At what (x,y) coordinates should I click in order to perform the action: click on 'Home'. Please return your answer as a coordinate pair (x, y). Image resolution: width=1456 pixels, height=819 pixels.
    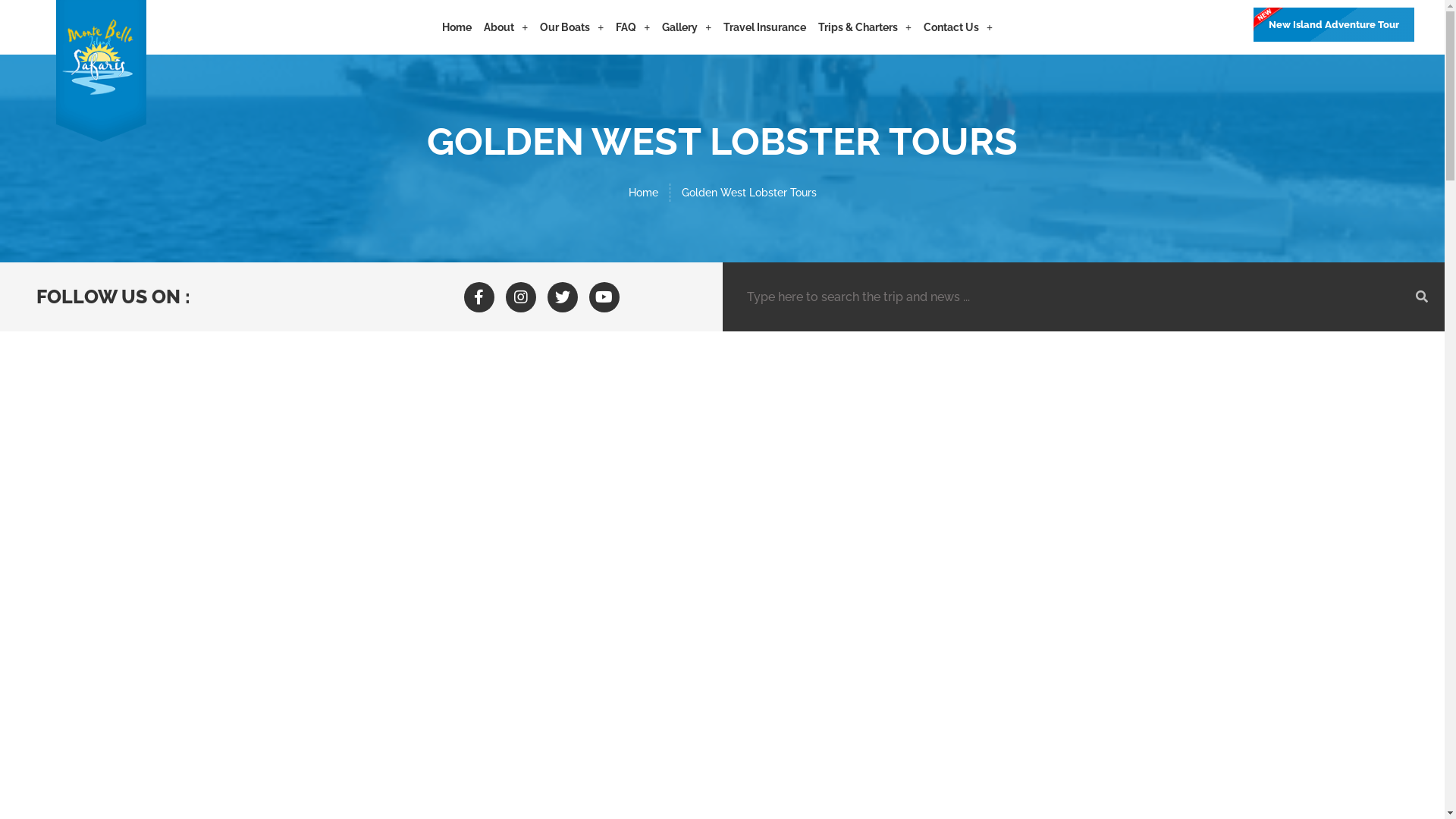
    Looking at the image, I should click on (642, 192).